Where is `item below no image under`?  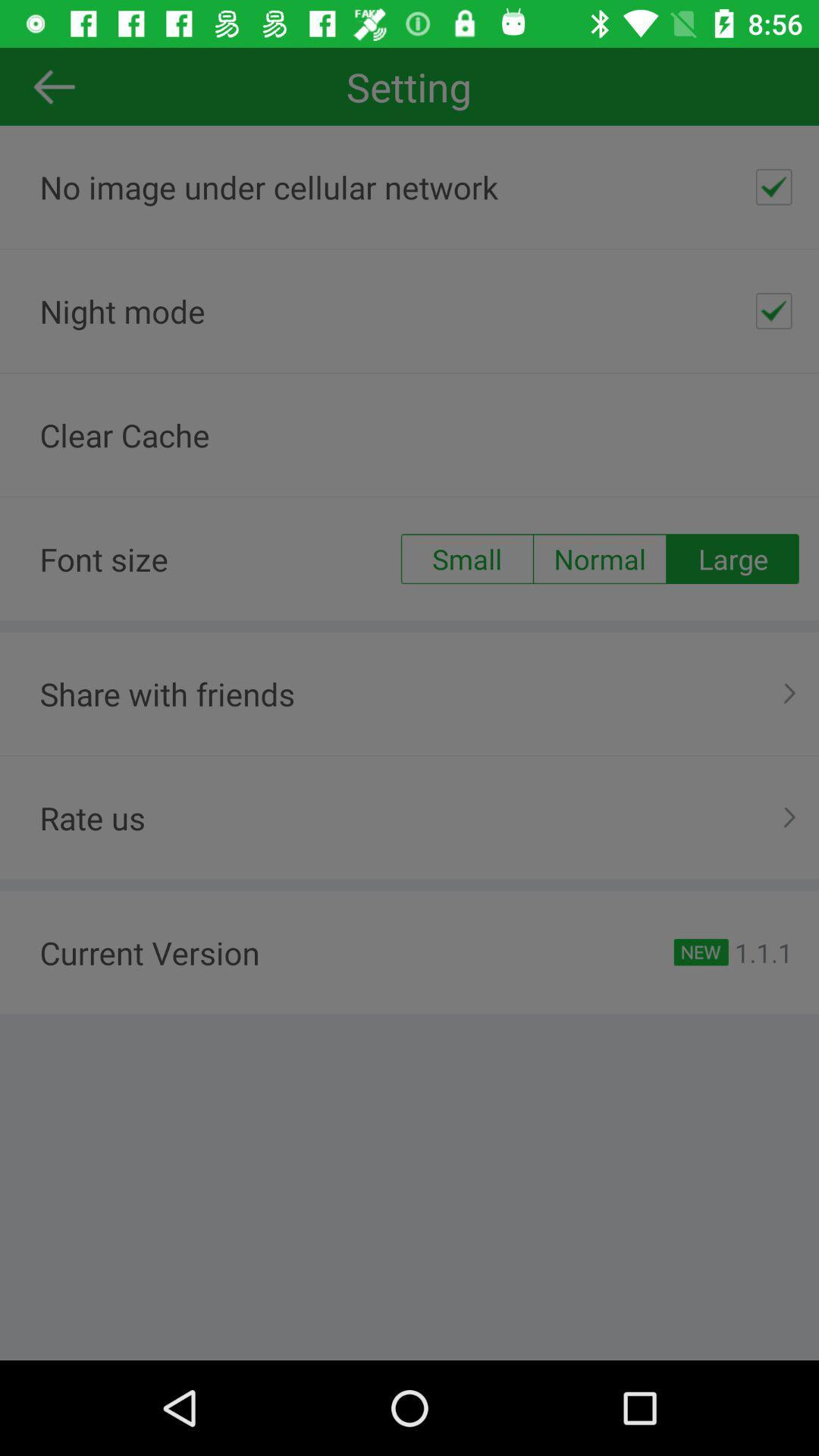
item below no image under is located at coordinates (773, 310).